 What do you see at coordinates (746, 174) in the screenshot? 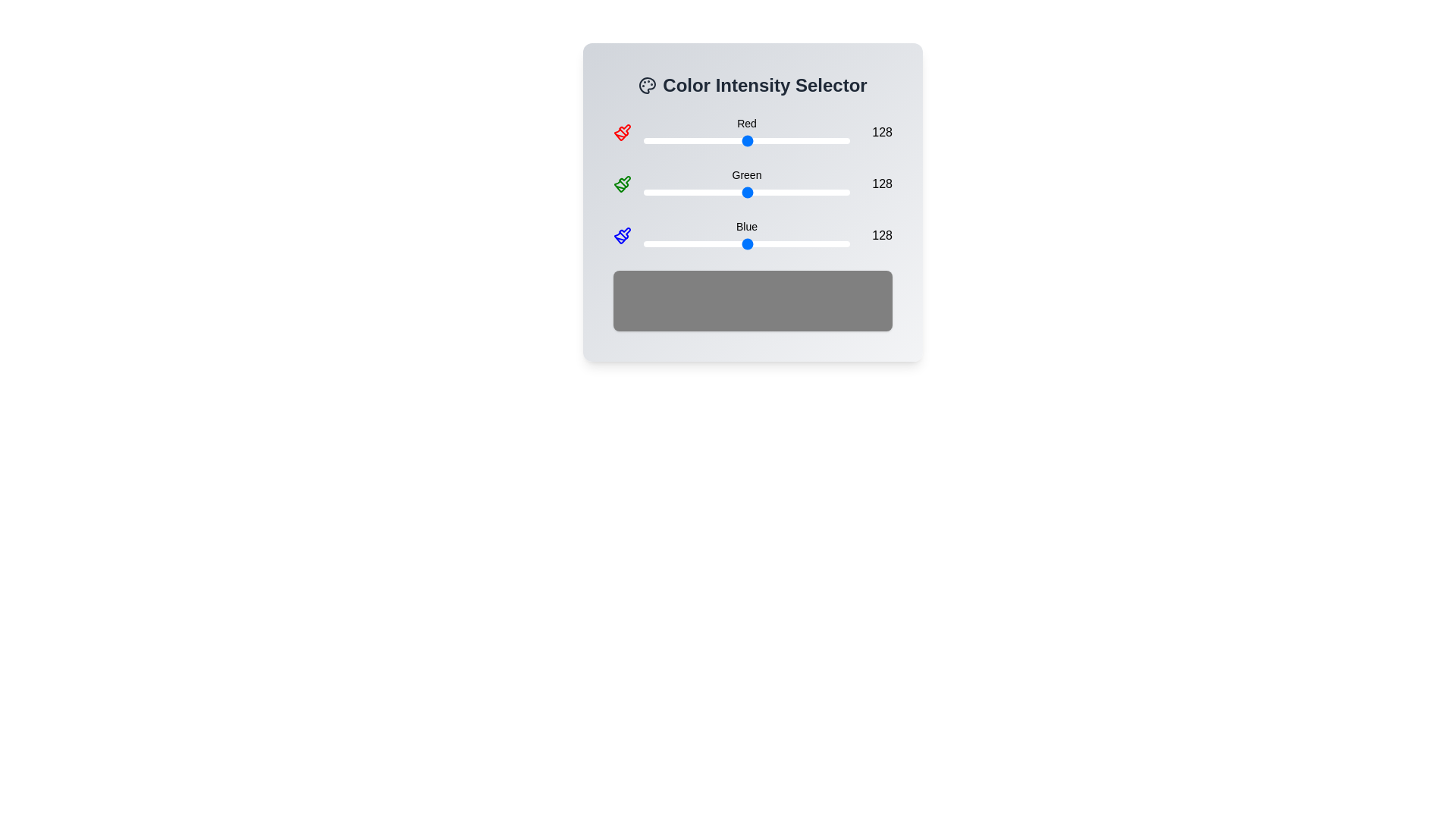
I see `the label that indicates the intensity of the green color channel, located centrally in the second row of the 'Color Intensity Selector' interface, between a green icon and the numeric value '128'` at bounding box center [746, 174].